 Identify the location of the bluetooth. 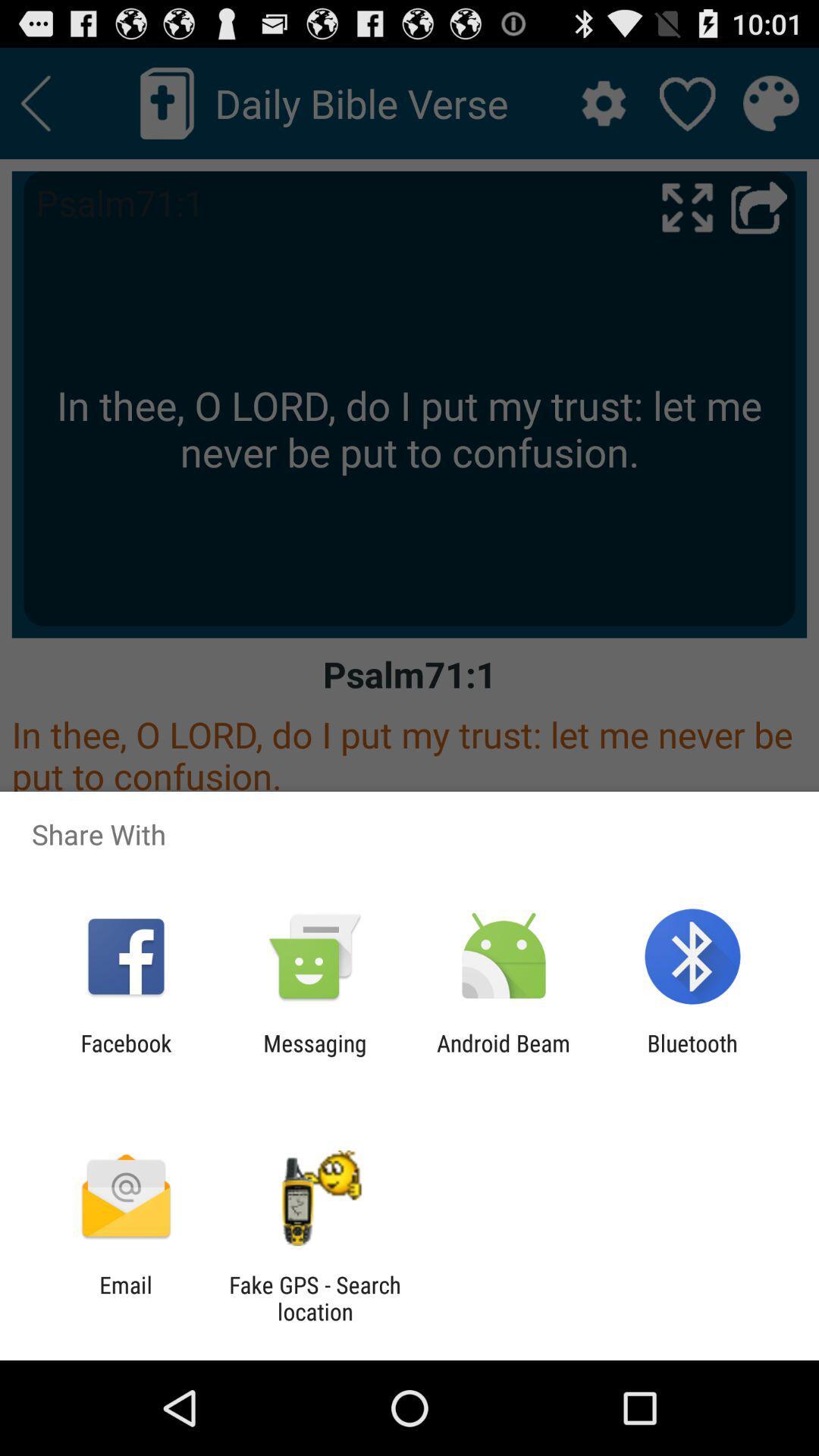
(692, 1056).